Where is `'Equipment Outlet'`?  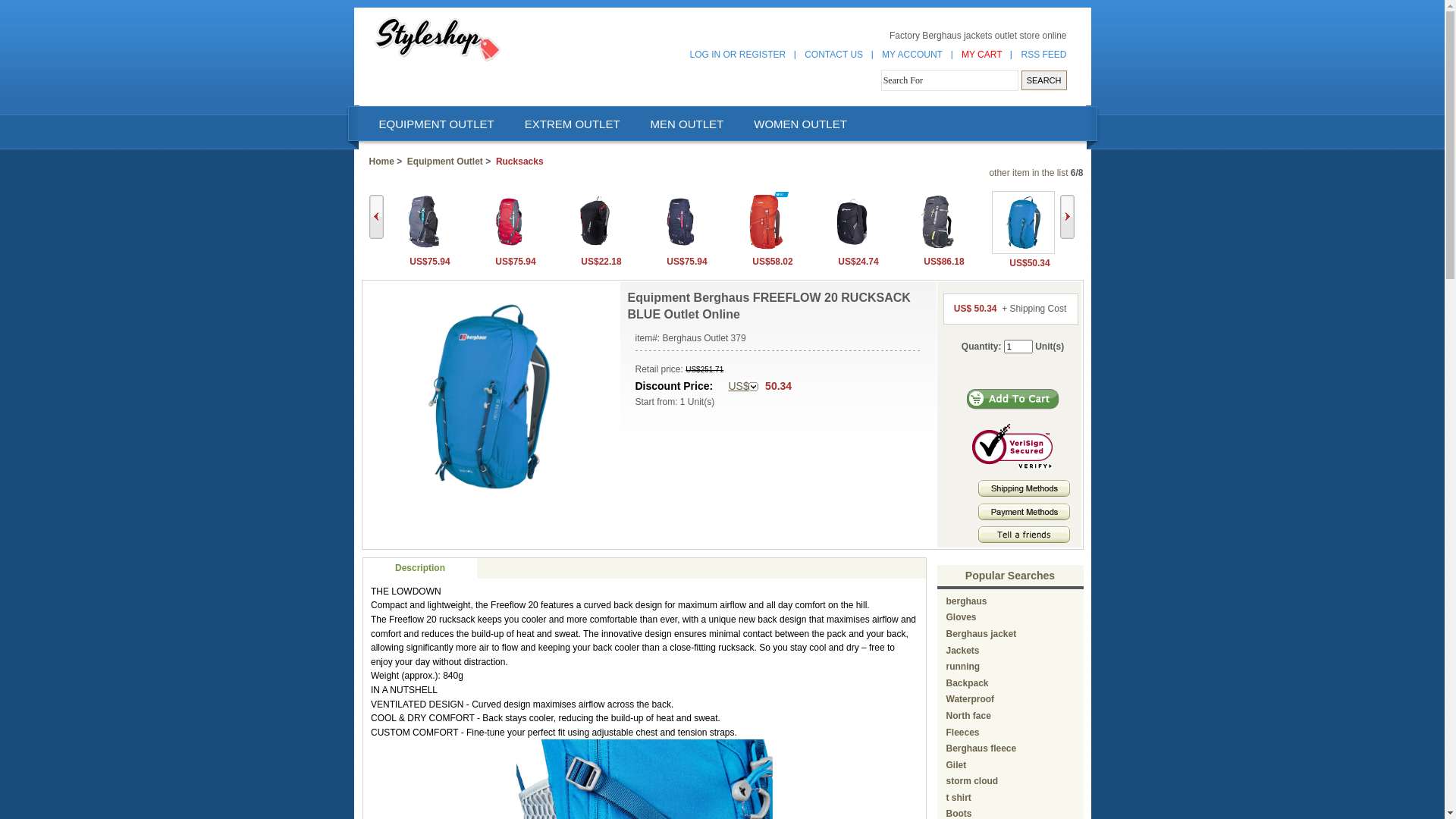 'Equipment Outlet' is located at coordinates (444, 161).